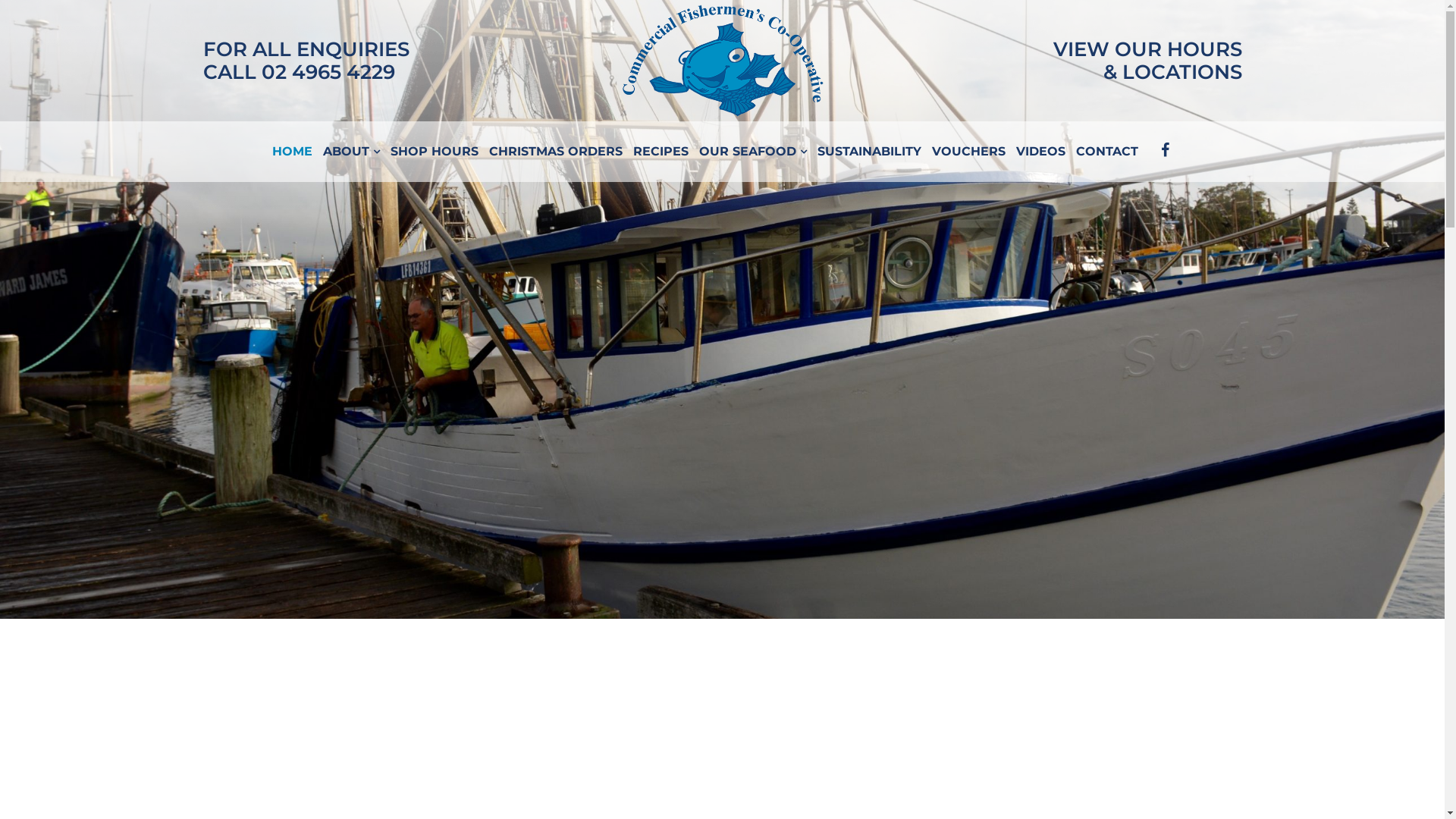 Image resolution: width=1456 pixels, height=819 pixels. What do you see at coordinates (386, 152) in the screenshot?
I see `'SHOP HOURS'` at bounding box center [386, 152].